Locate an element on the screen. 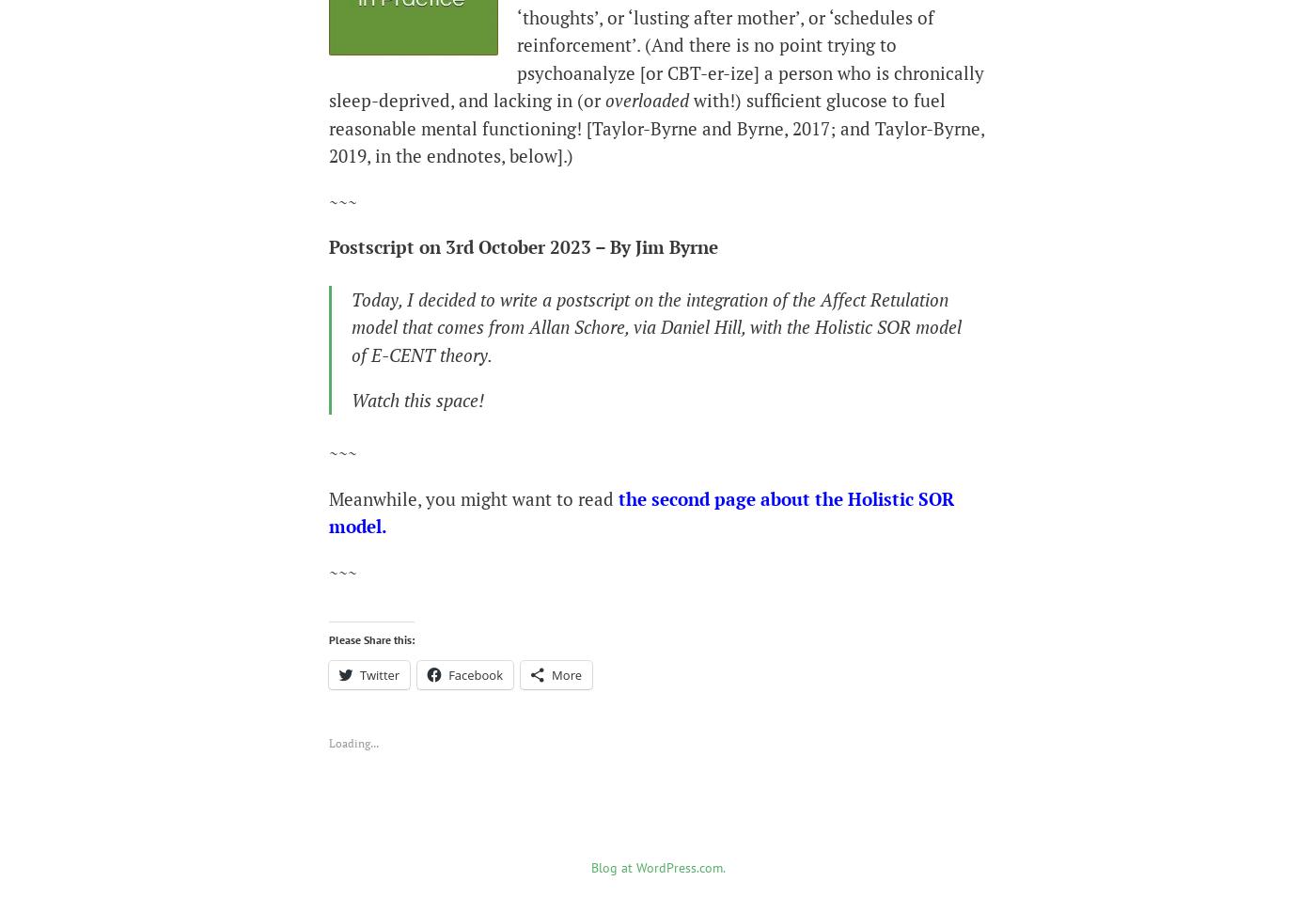 The image size is (1316, 913). 'Twitter' is located at coordinates (380, 672).